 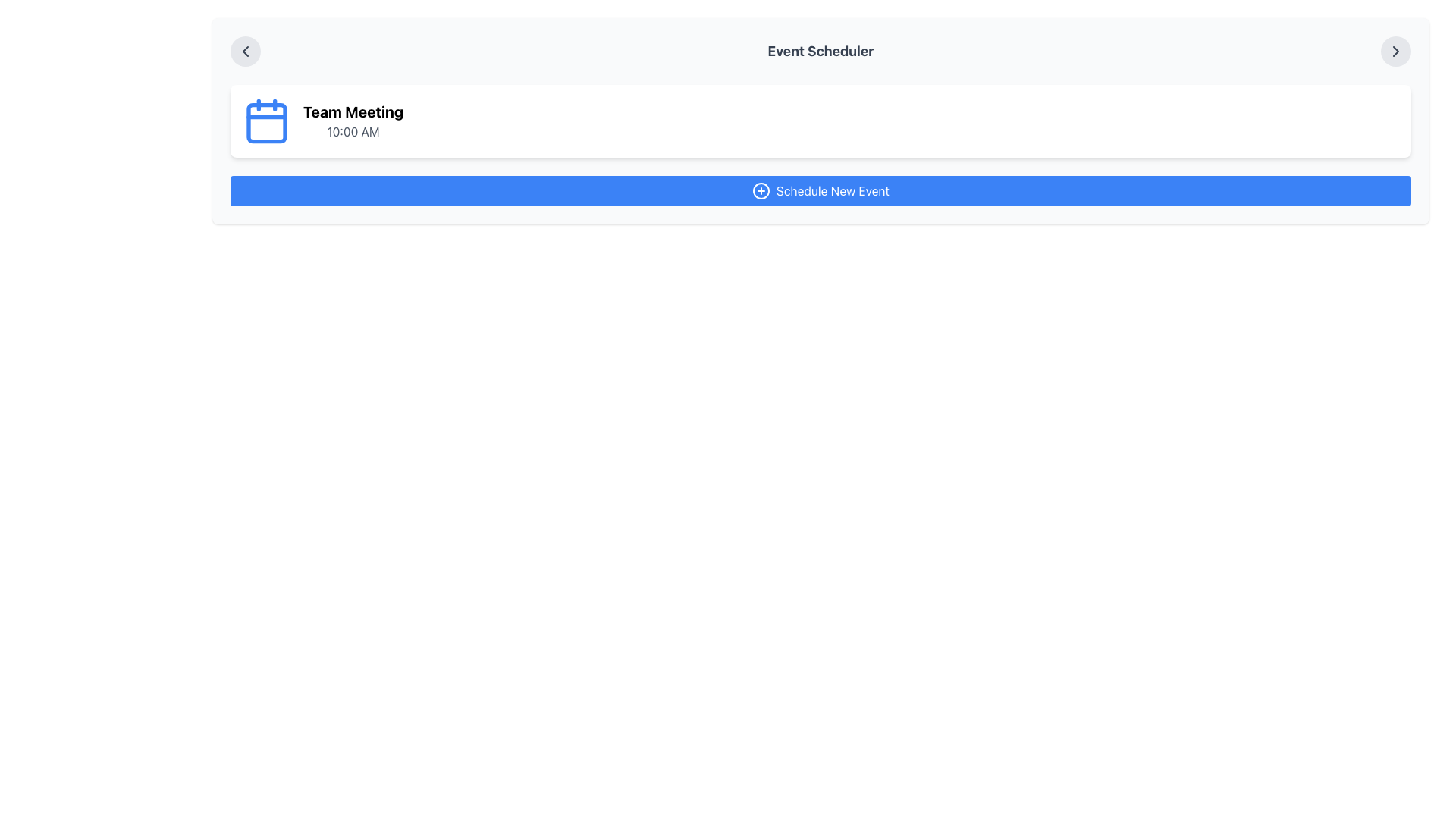 What do you see at coordinates (352, 130) in the screenshot?
I see `the text label indicating the scheduled time for the 'Team Meeting' event, located below the 'Team Meeting' text and aligned within the event description group` at bounding box center [352, 130].